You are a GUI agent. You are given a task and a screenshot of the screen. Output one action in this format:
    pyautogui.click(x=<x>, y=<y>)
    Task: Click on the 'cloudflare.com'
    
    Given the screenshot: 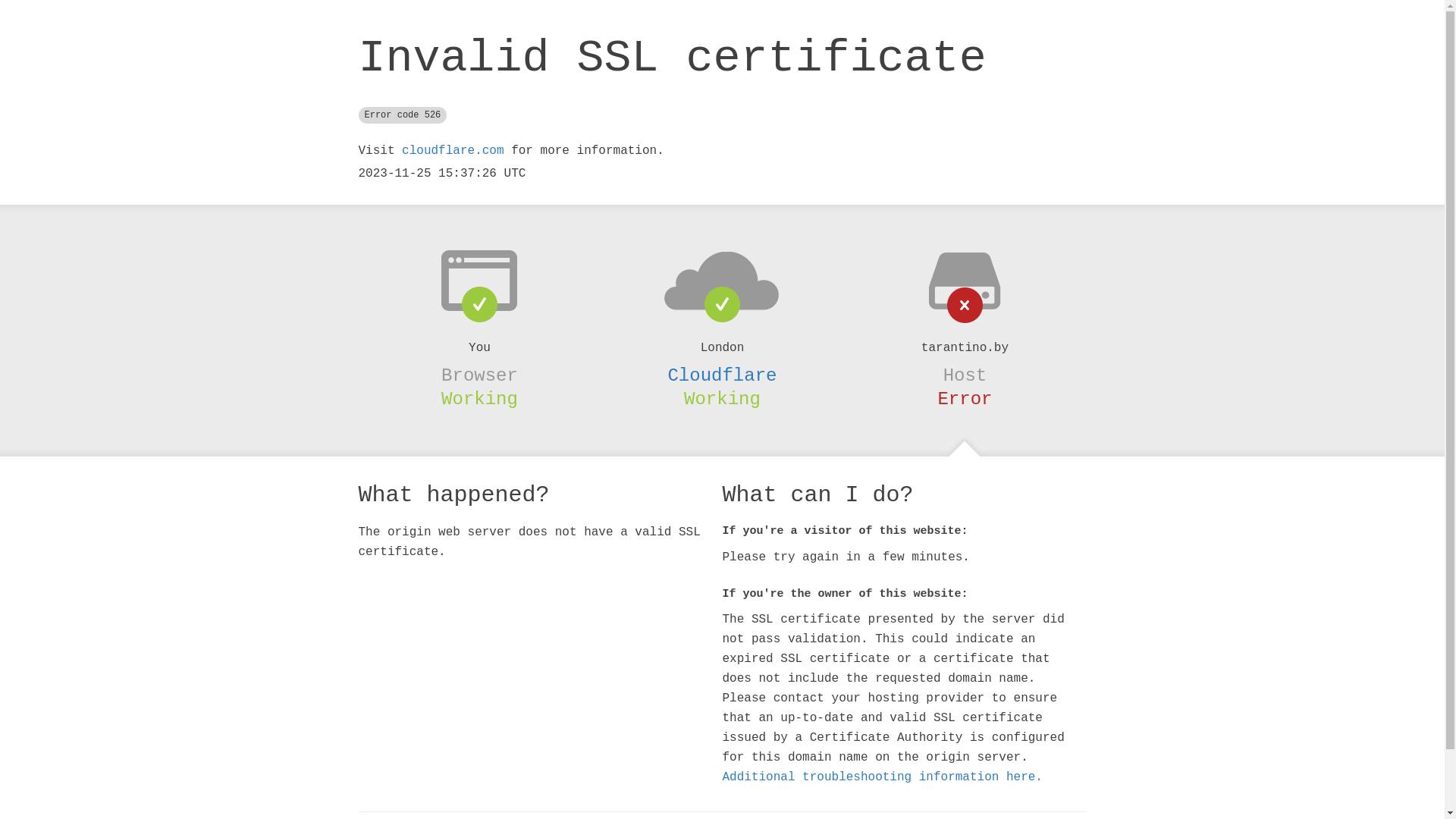 What is the action you would take?
    pyautogui.click(x=451, y=151)
    